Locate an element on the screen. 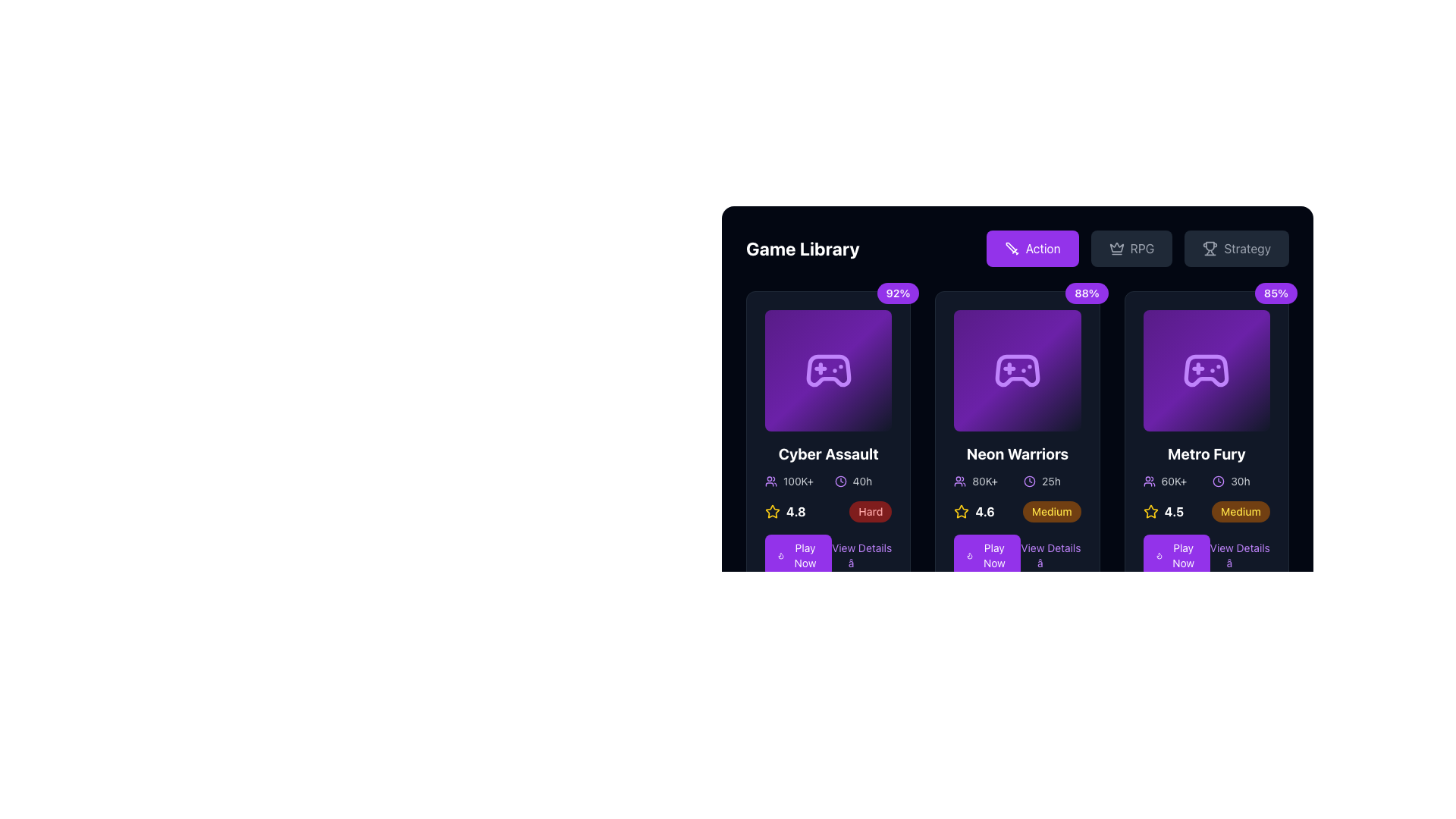 This screenshot has height=819, width=1456. the crown icon located to the left of the 'RPG' label, which has a gray outline and sharp edges, positioned within the top row of buttons is located at coordinates (1116, 247).